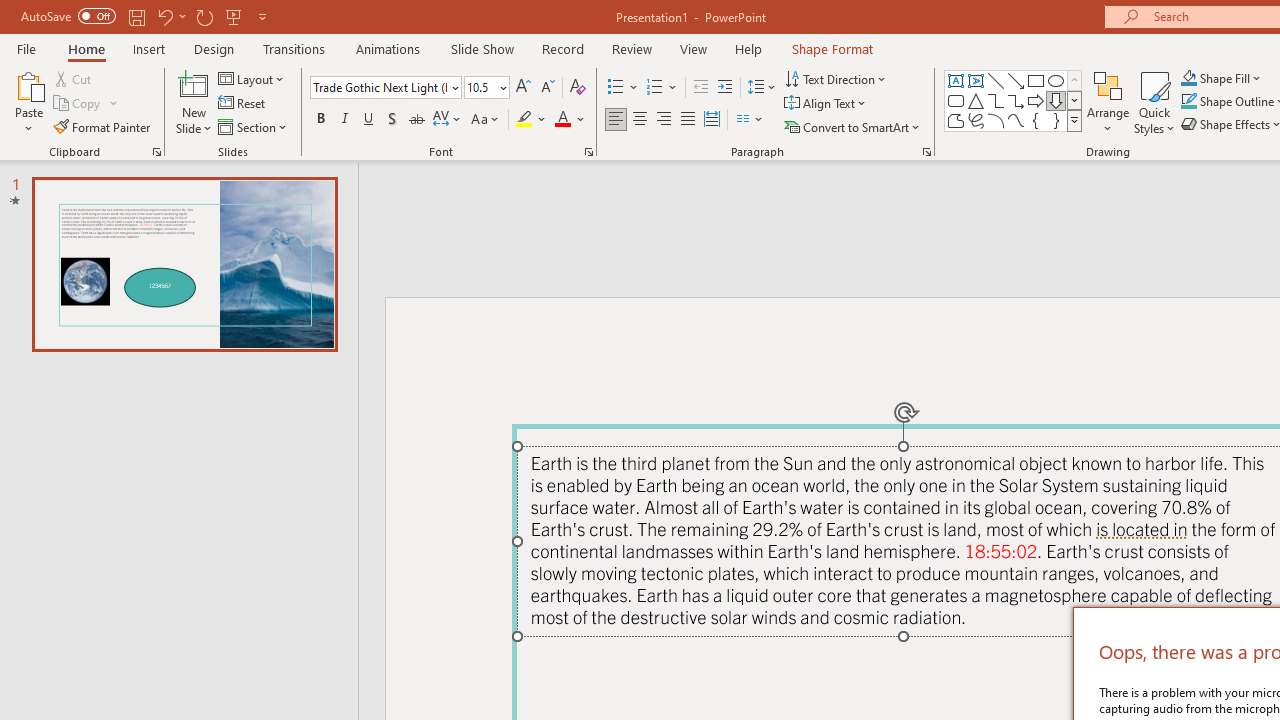 The image size is (1280, 720). Describe the element at coordinates (700, 86) in the screenshot. I see `'Decrease Indent'` at that location.